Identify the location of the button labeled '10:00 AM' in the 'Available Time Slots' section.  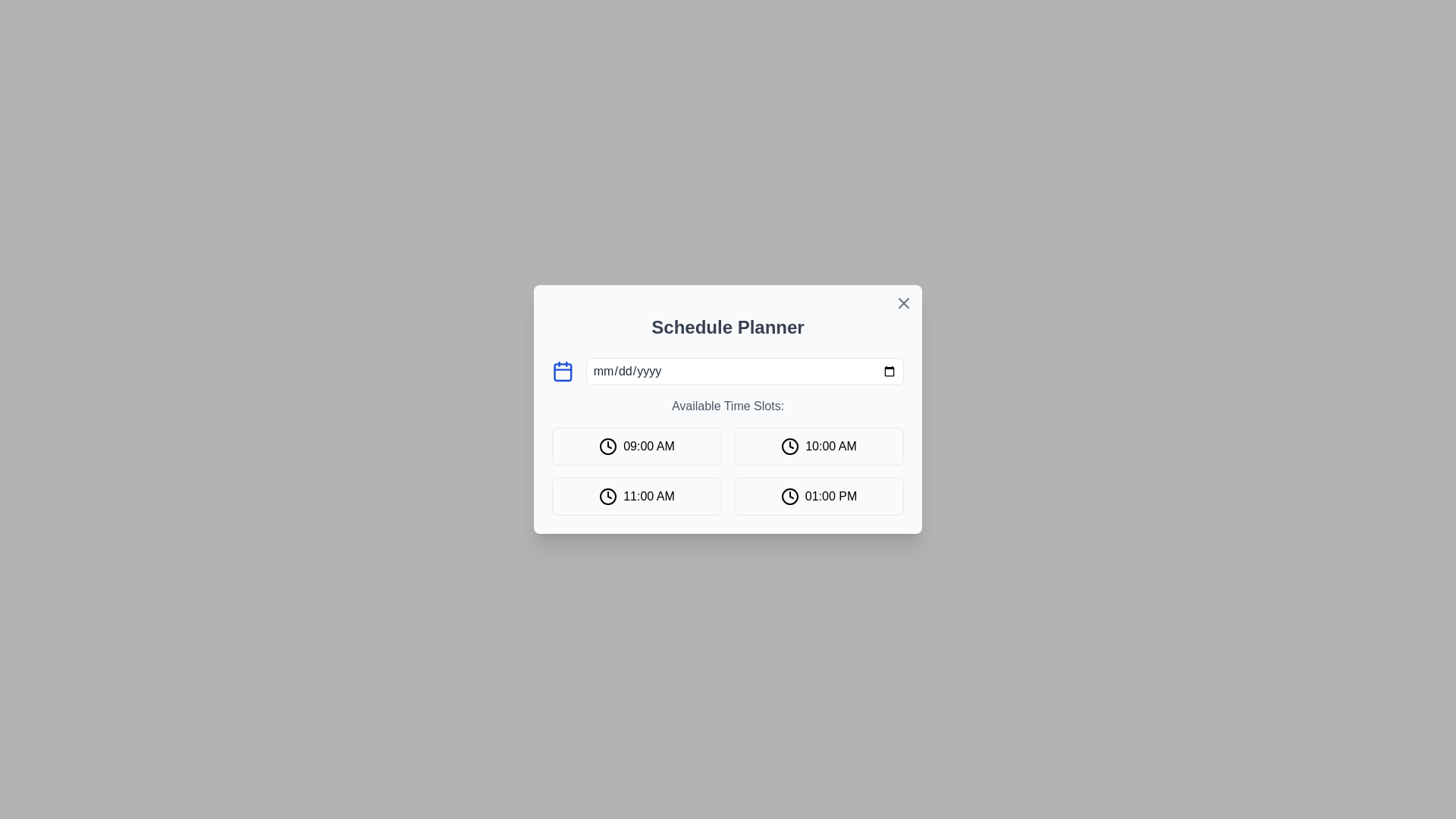
(818, 446).